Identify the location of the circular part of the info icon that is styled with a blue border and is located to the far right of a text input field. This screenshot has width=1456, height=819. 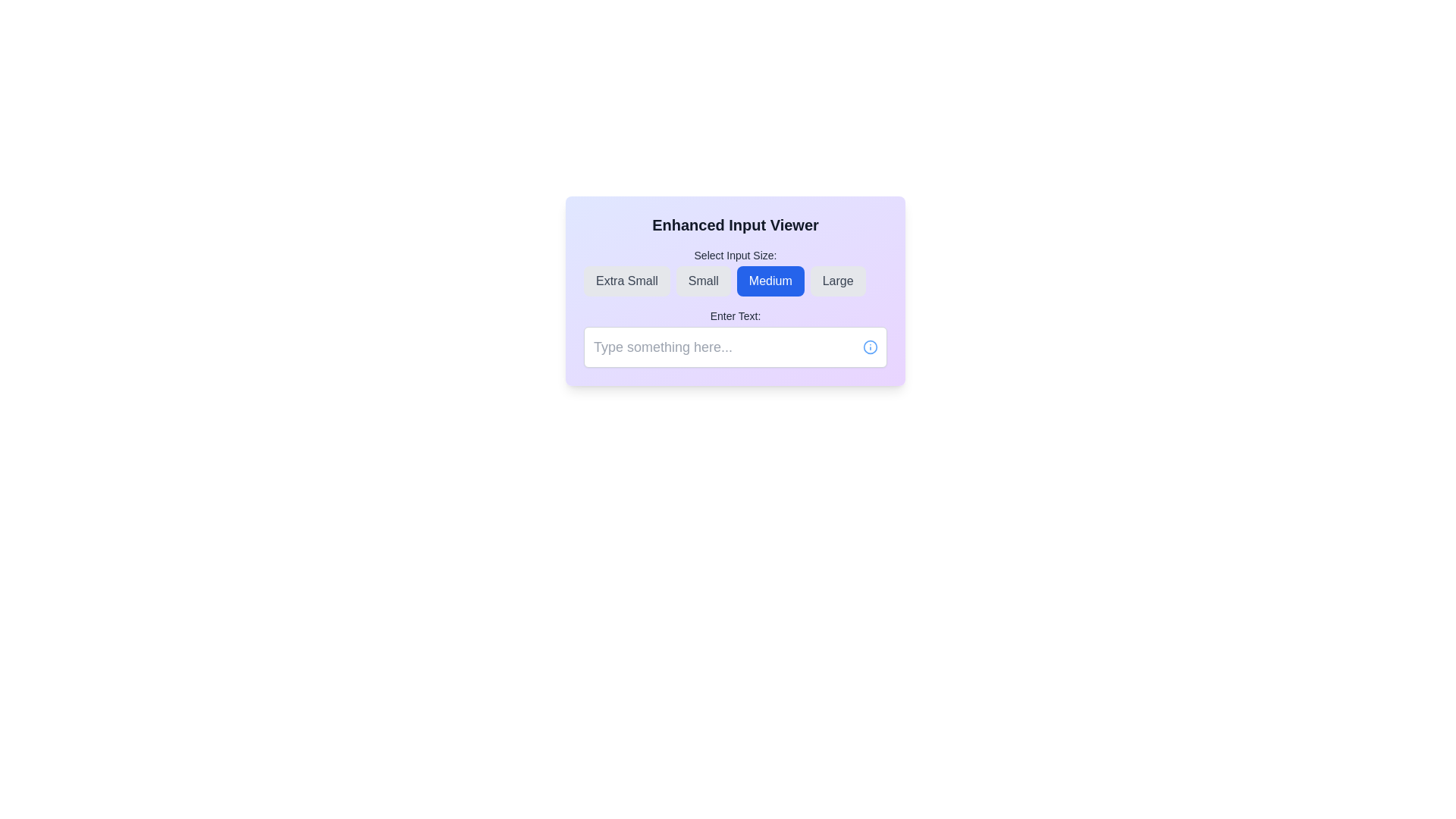
(870, 347).